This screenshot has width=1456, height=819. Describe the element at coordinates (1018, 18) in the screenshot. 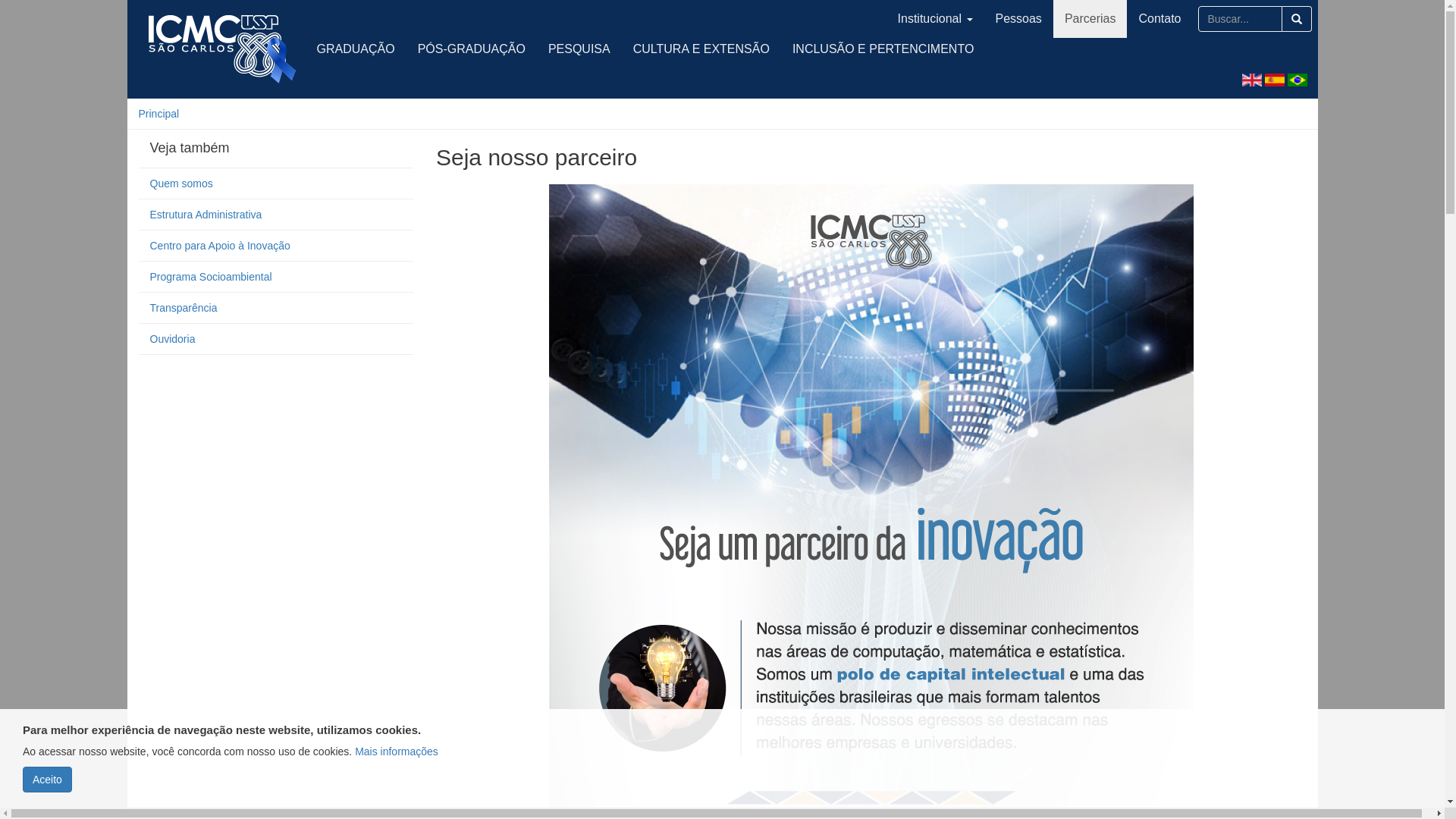

I see `'Pessoas'` at that location.